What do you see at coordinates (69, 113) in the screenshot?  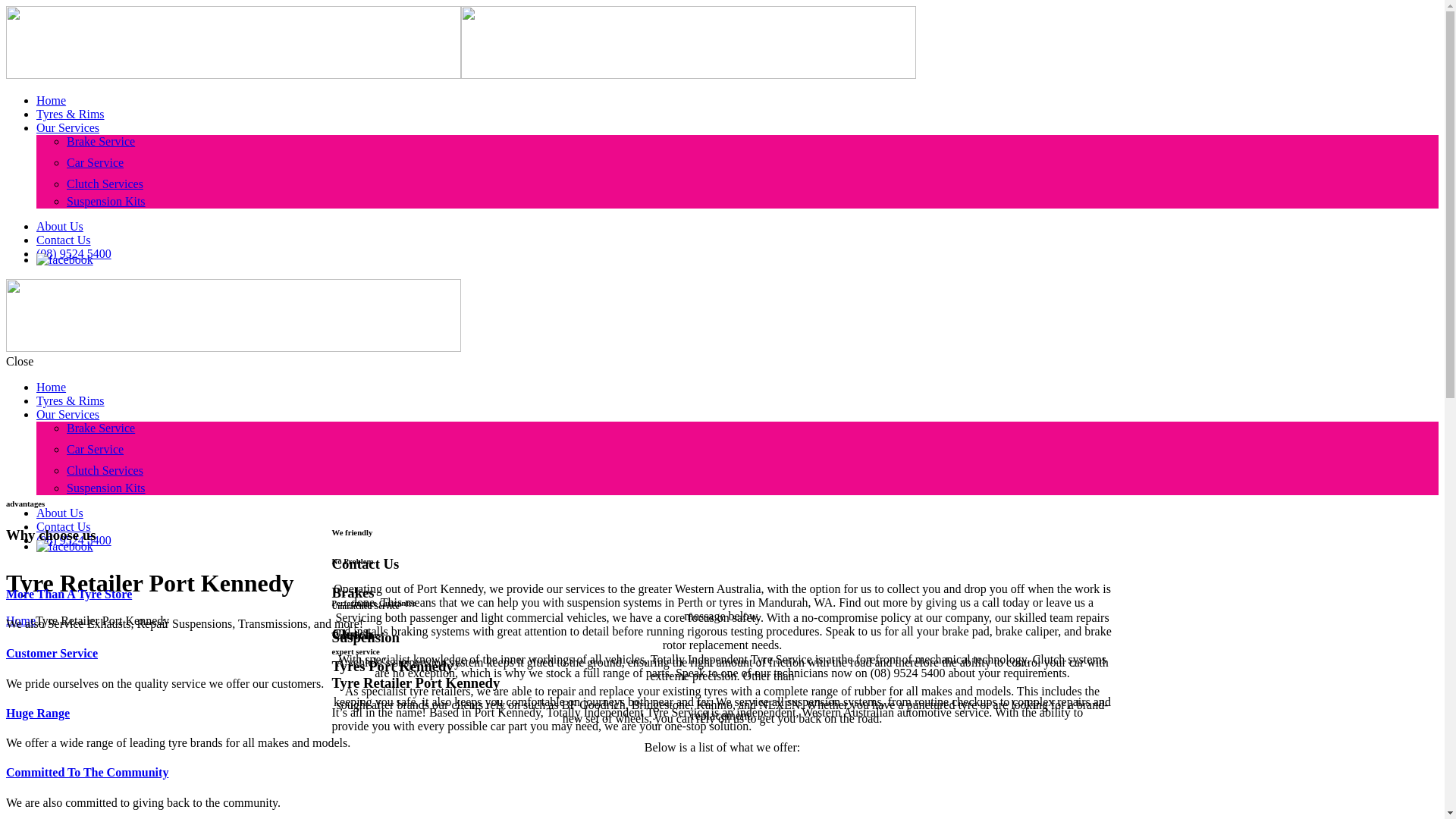 I see `'Tyres & Rims'` at bounding box center [69, 113].